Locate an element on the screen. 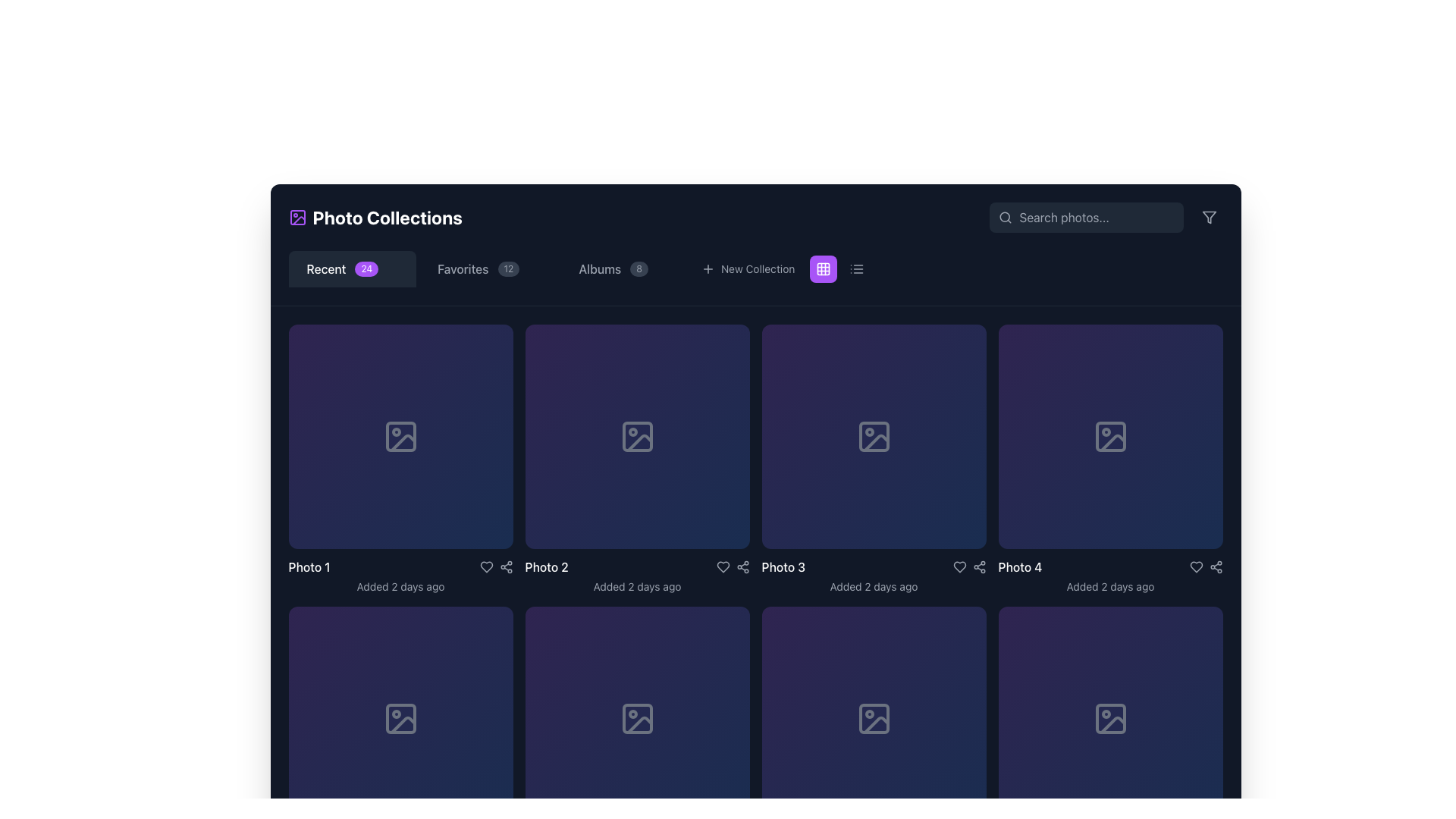 The width and height of the screenshot is (1456, 819). the interactive tile representing a photo with metadata, located as the third tile from the left in the first row of the photo grid layout is located at coordinates (874, 458).